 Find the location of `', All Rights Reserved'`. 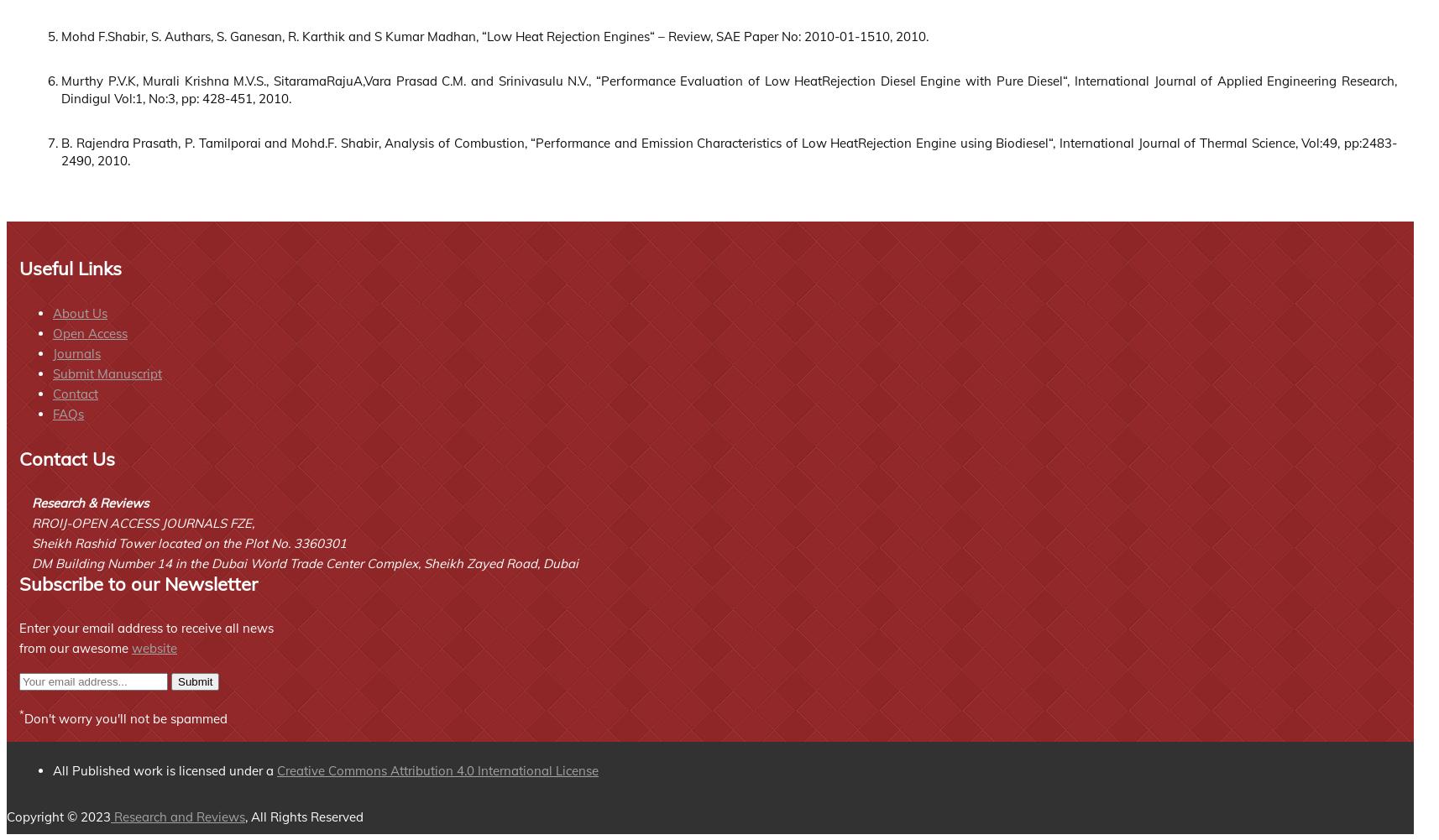

', All Rights Reserved' is located at coordinates (303, 816).